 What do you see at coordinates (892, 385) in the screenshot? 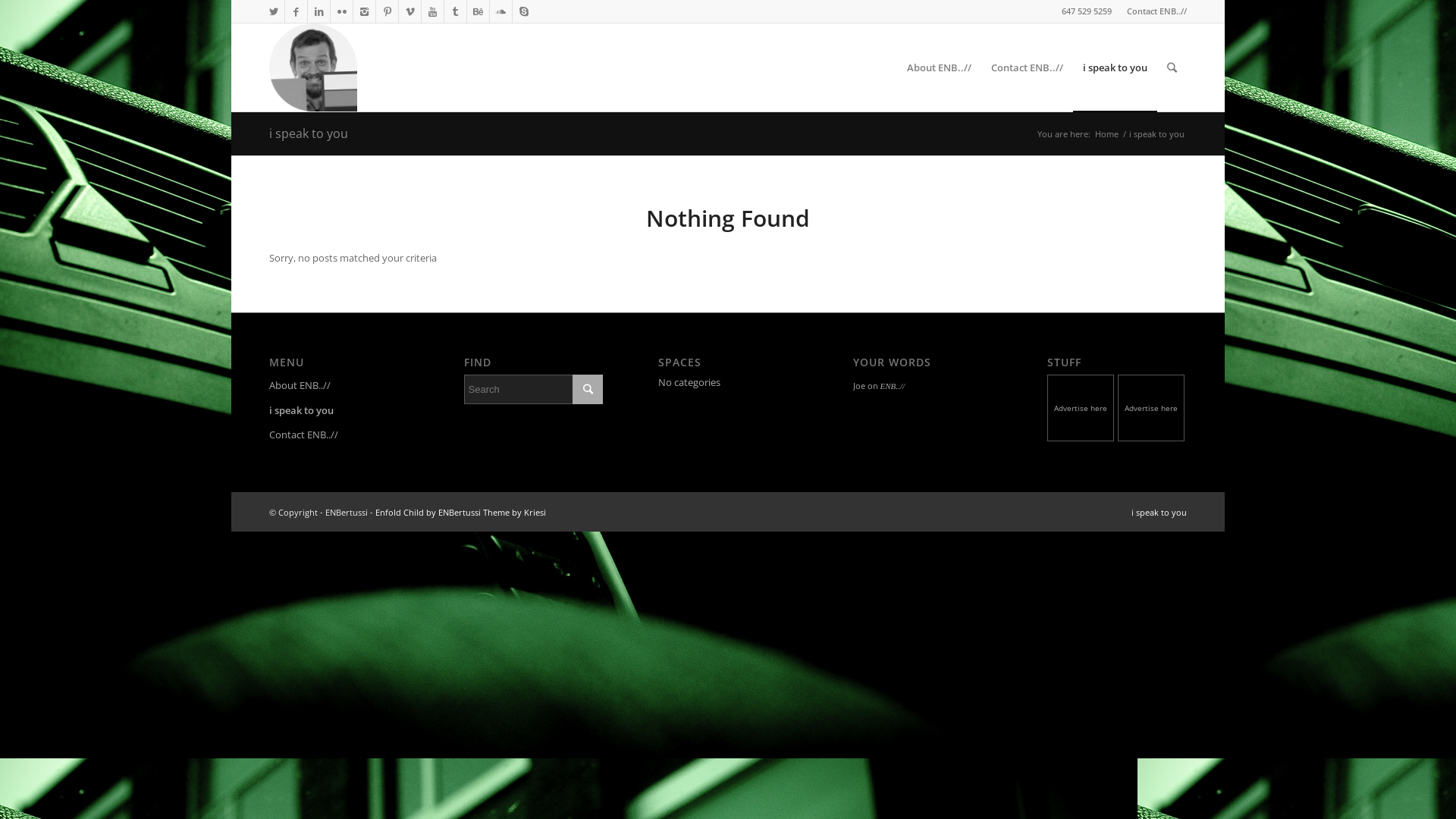
I see `'ENB..//'` at bounding box center [892, 385].